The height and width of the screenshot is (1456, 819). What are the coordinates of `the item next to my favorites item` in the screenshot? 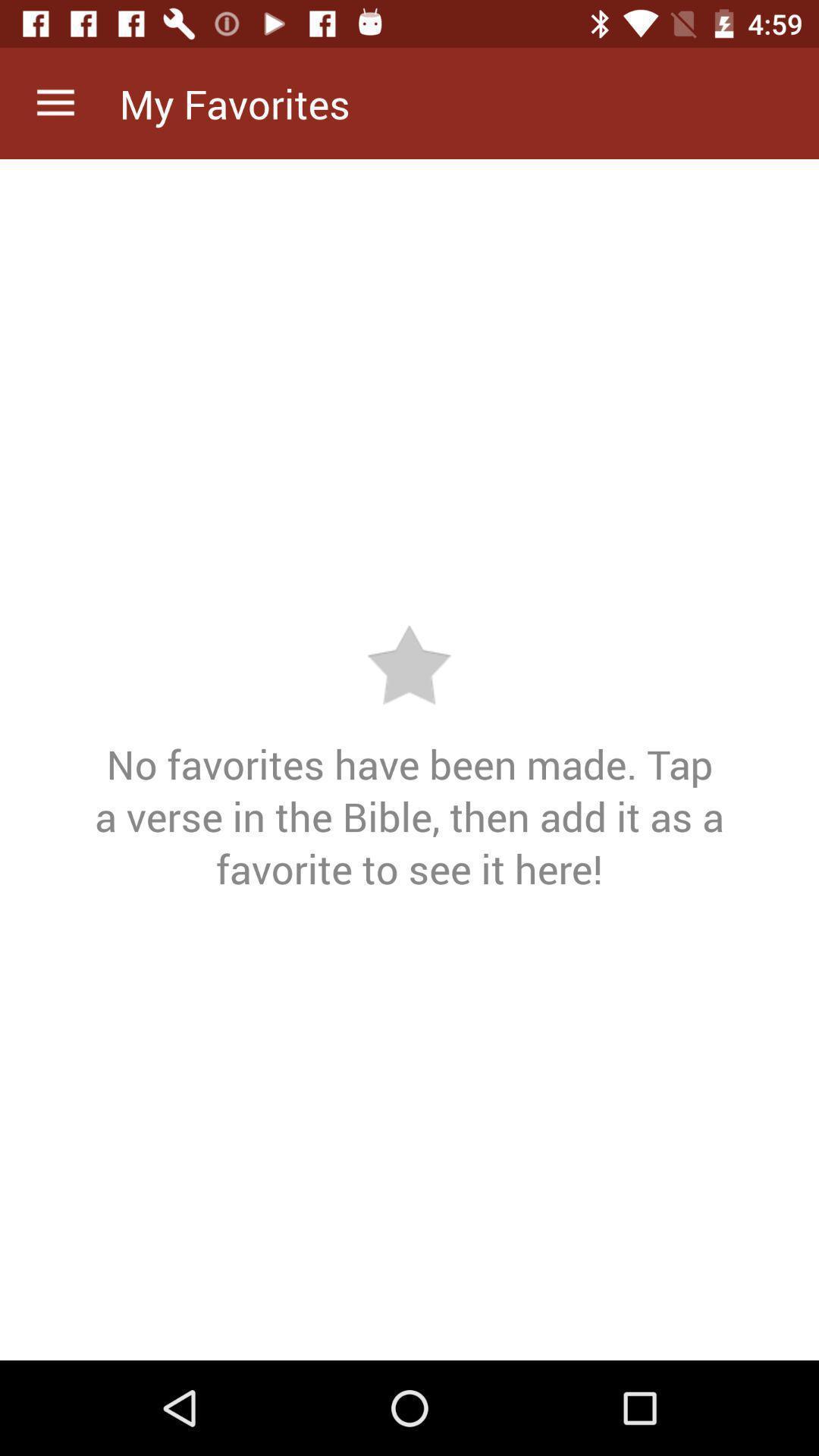 It's located at (55, 102).